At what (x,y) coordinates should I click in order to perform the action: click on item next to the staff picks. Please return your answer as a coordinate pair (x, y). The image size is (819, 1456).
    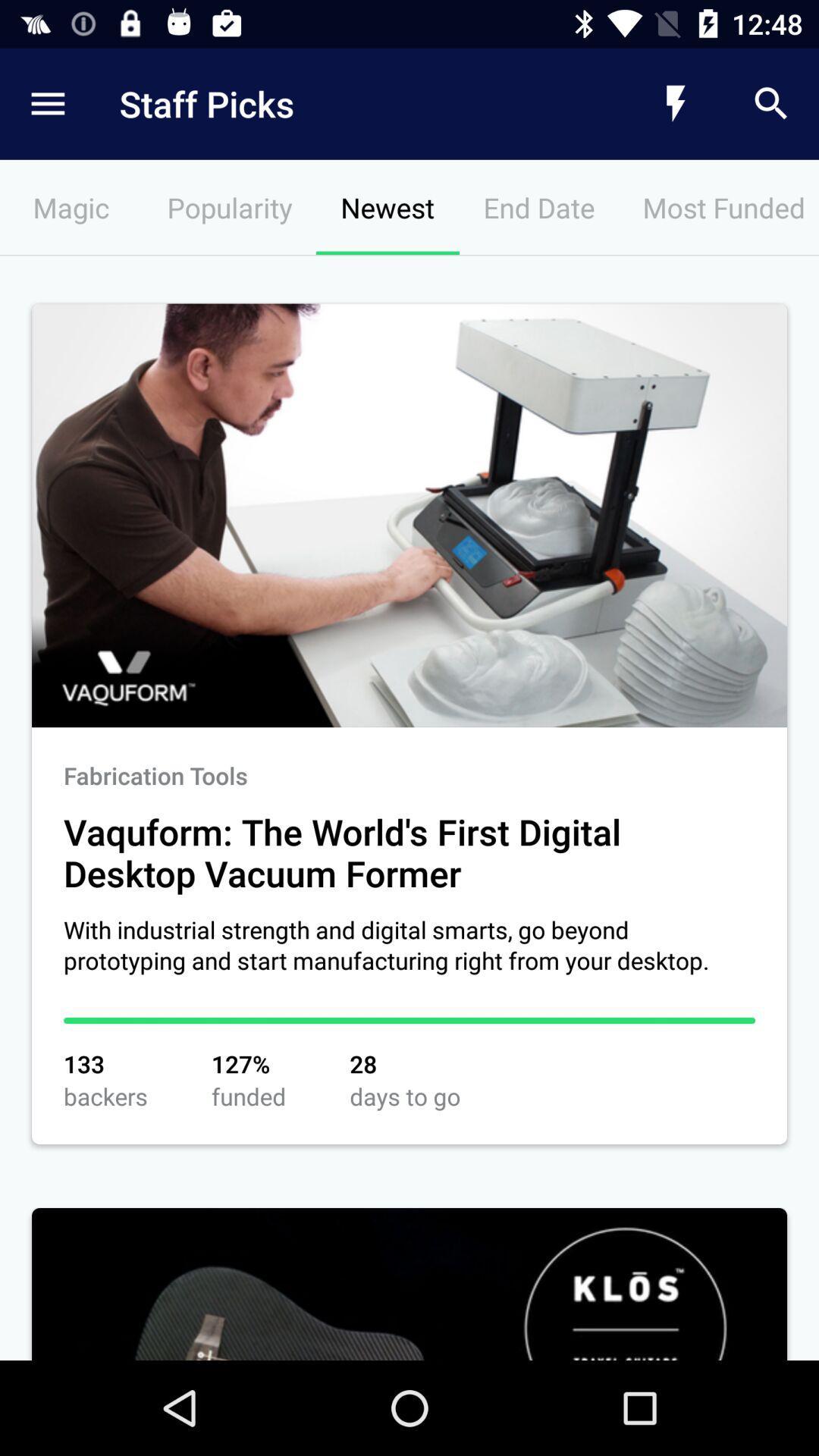
    Looking at the image, I should click on (46, 103).